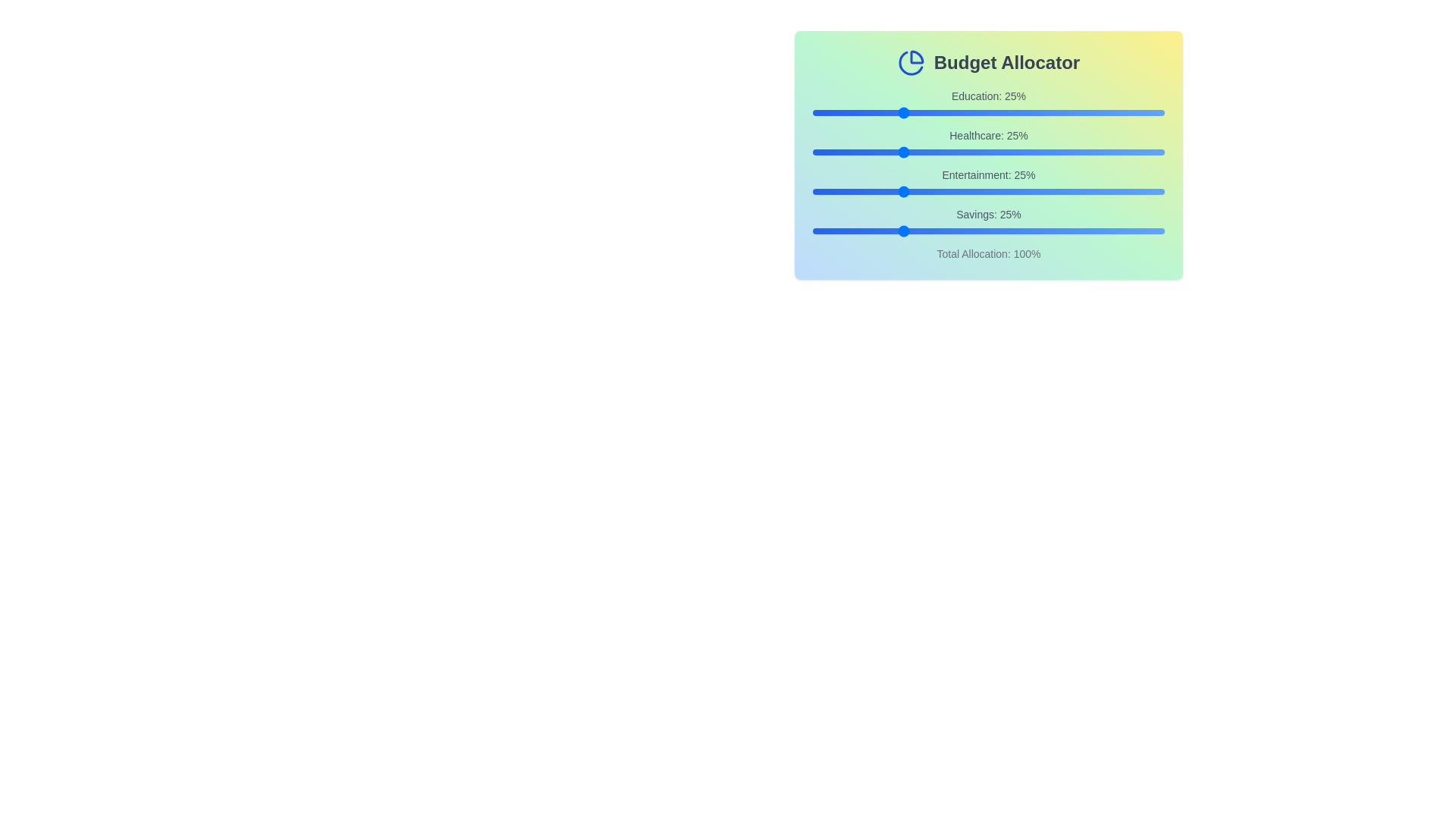  I want to click on the pie chart icon in the header to trigger additional actions, so click(910, 62).